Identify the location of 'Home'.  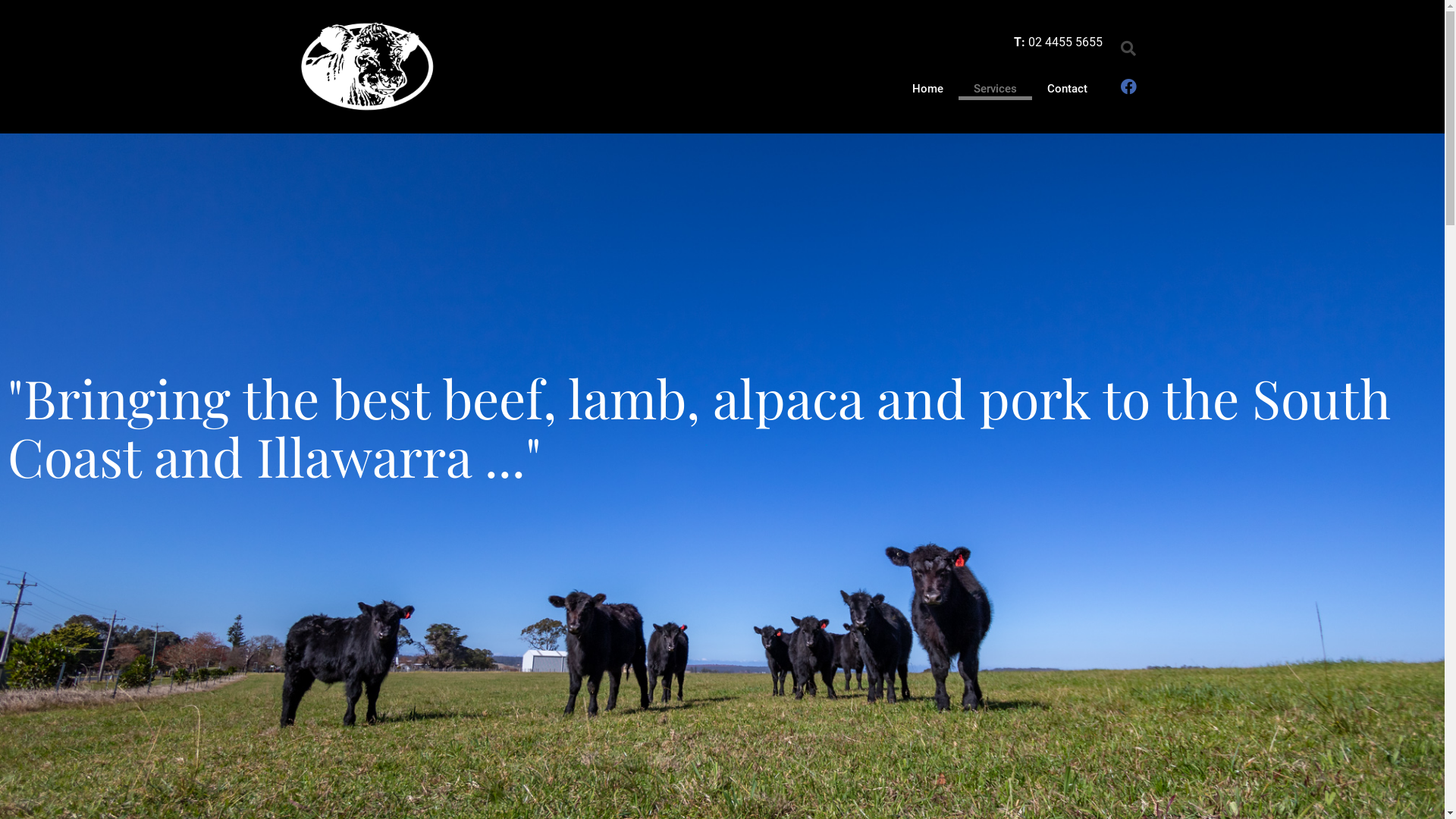
(896, 88).